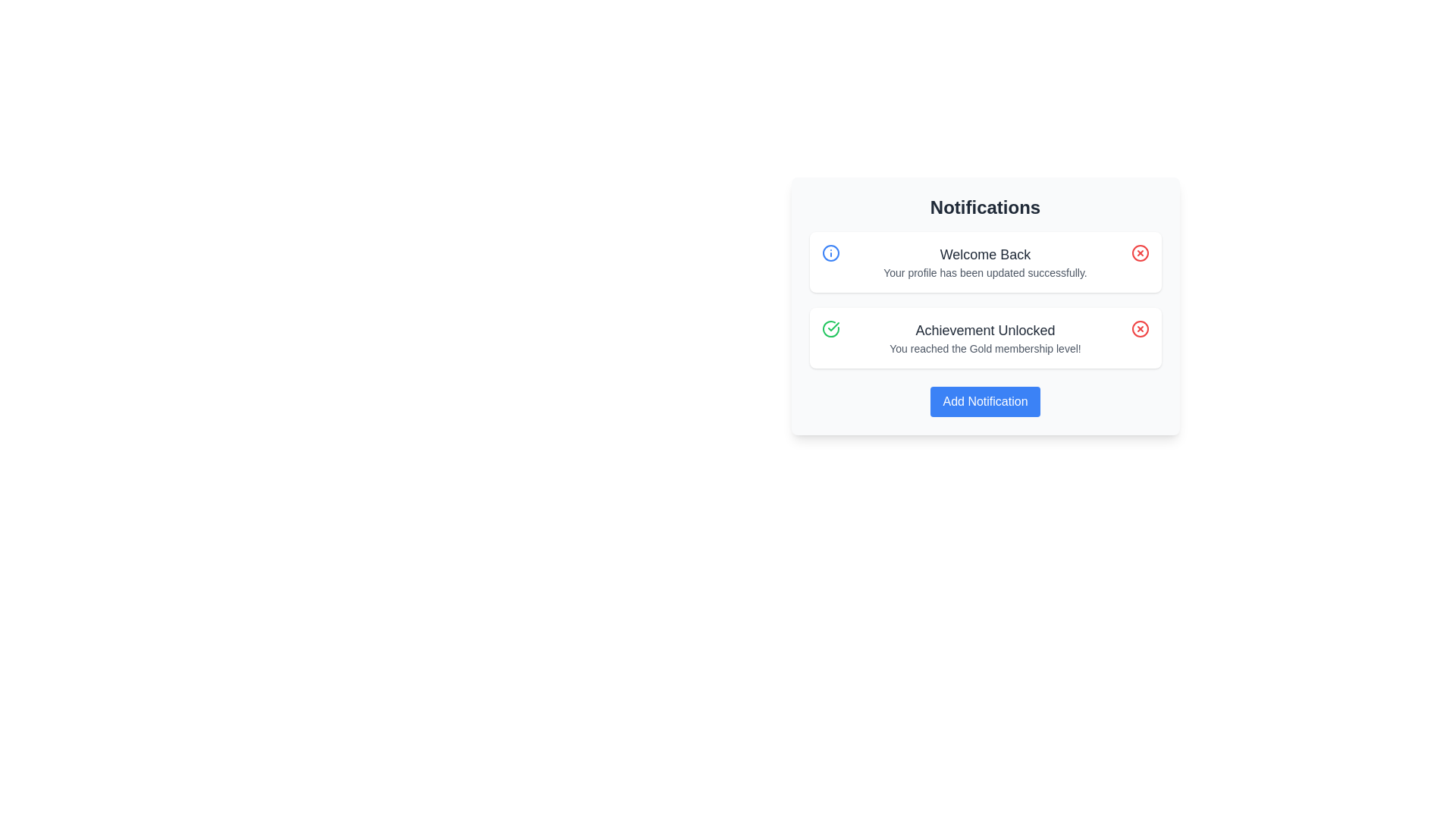  Describe the element at coordinates (985, 207) in the screenshot. I see `the text label that serves as the title for the notifications section, positioned at the top of the notification box` at that location.